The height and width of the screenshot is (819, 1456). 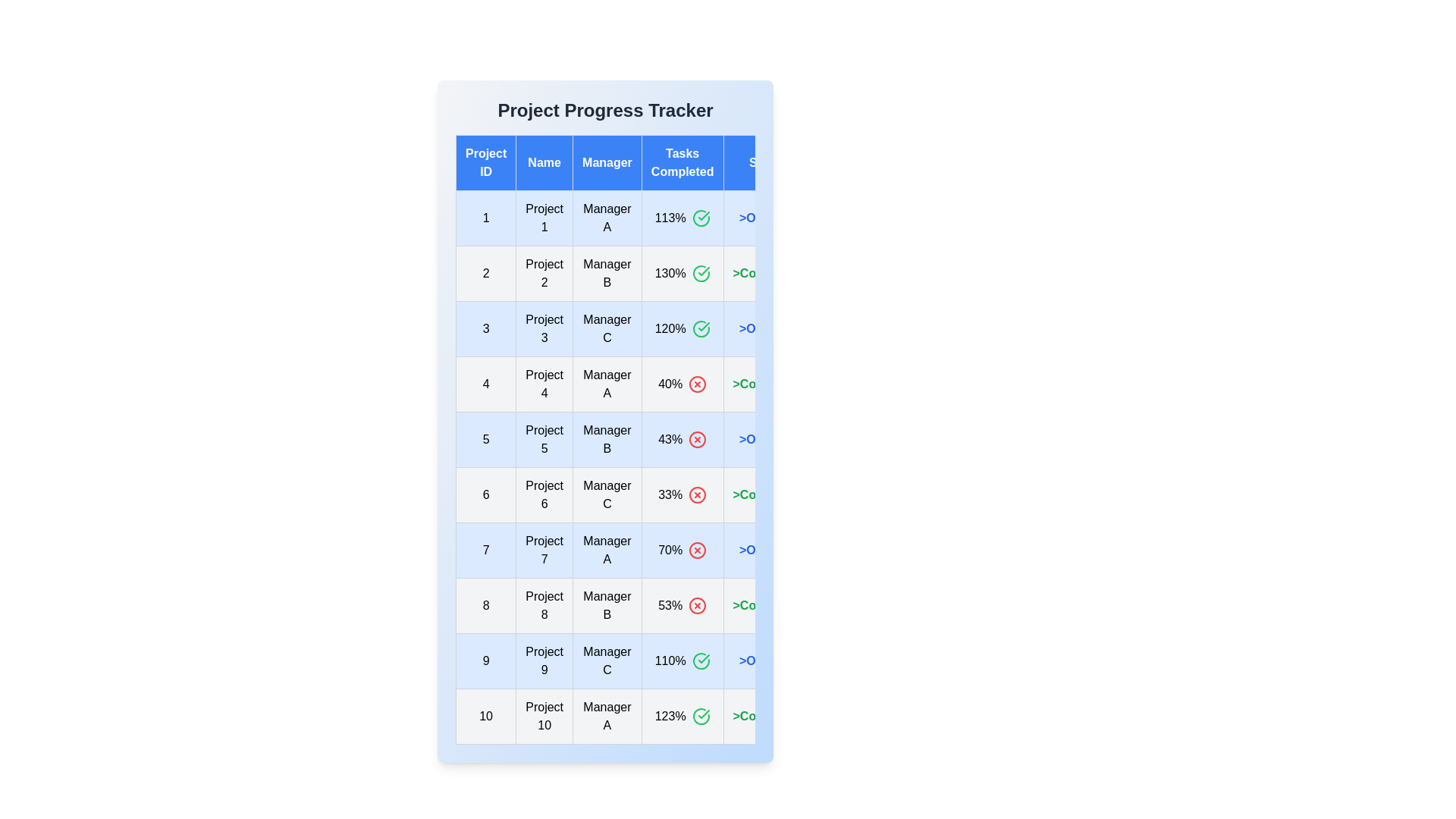 What do you see at coordinates (544, 163) in the screenshot?
I see `the column header Name to sort the table by that column` at bounding box center [544, 163].